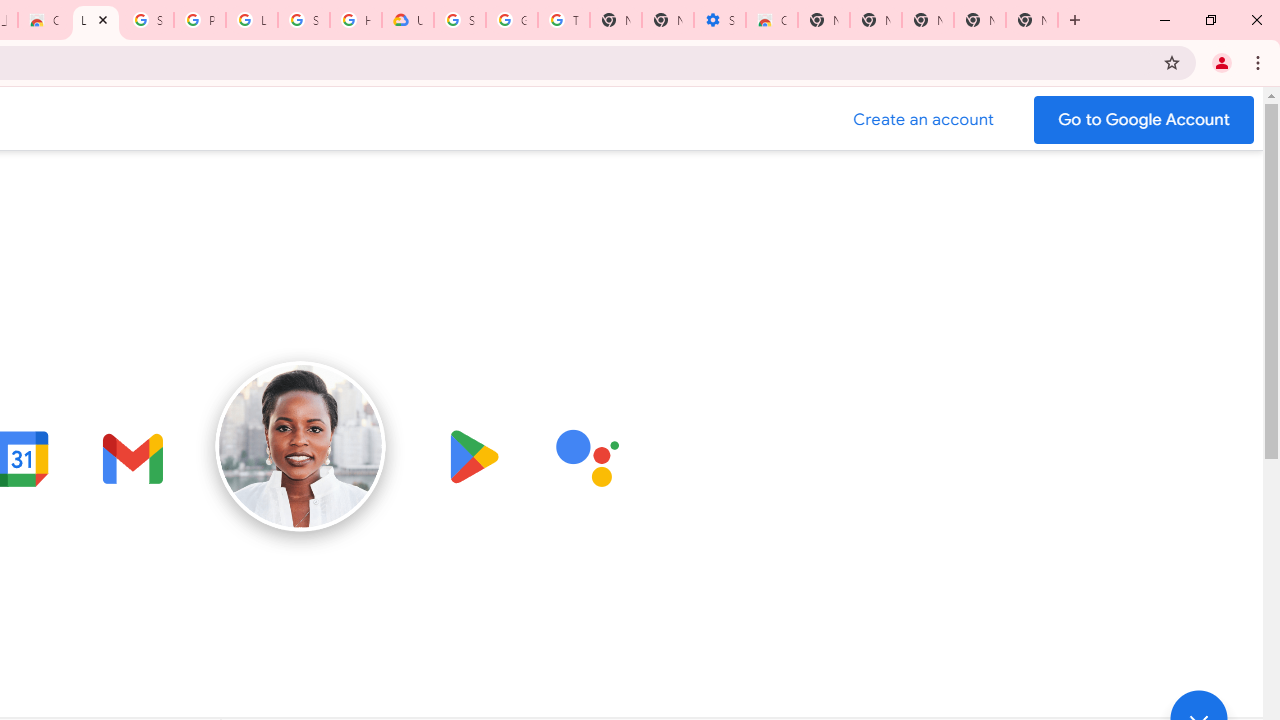 The width and height of the screenshot is (1280, 720). I want to click on 'Chrome', so click(1259, 61).